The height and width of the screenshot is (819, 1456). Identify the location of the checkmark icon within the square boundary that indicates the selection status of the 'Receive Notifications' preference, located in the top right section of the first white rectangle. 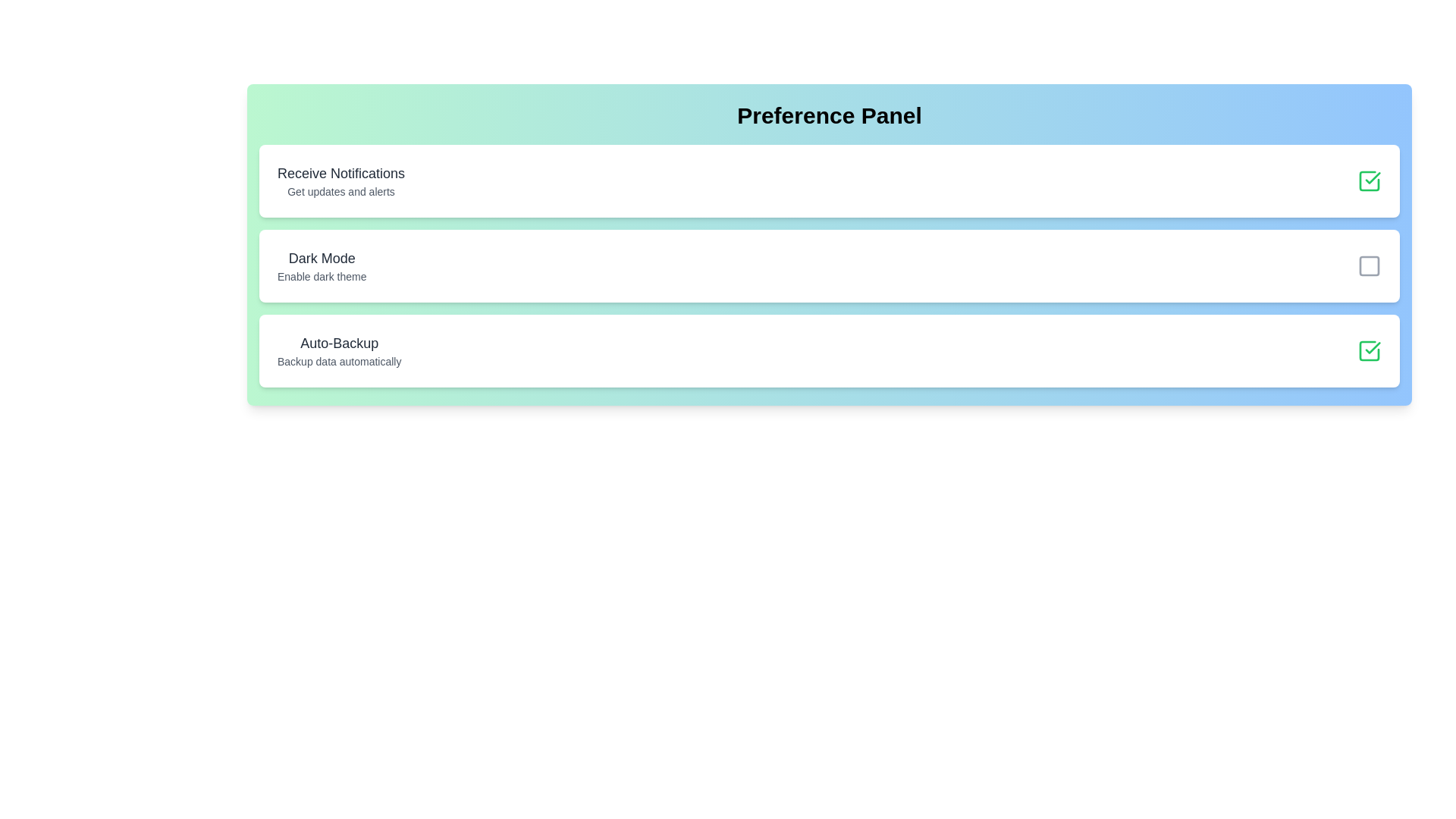
(1373, 177).